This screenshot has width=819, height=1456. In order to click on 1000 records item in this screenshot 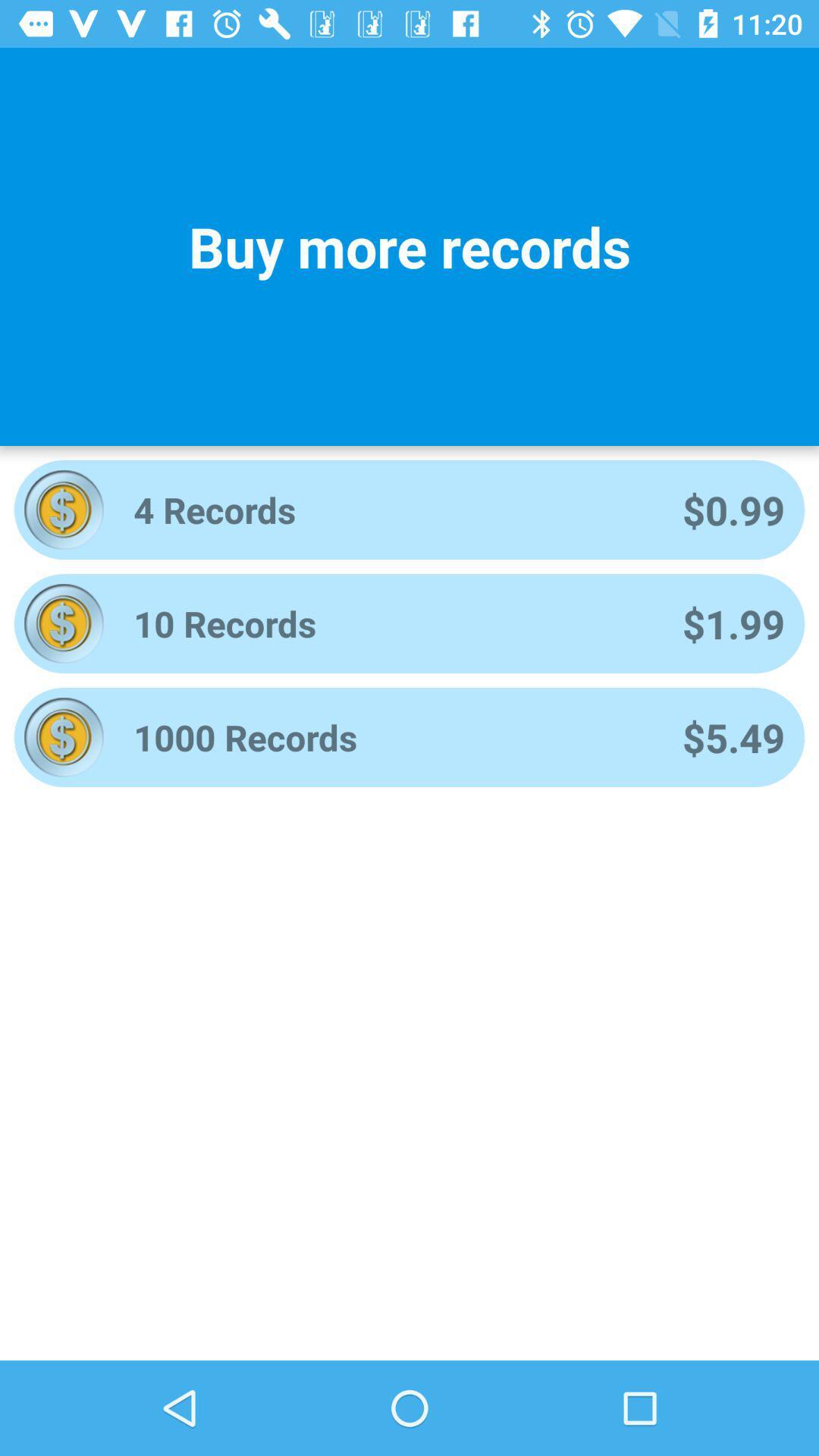, I will do `click(387, 737)`.